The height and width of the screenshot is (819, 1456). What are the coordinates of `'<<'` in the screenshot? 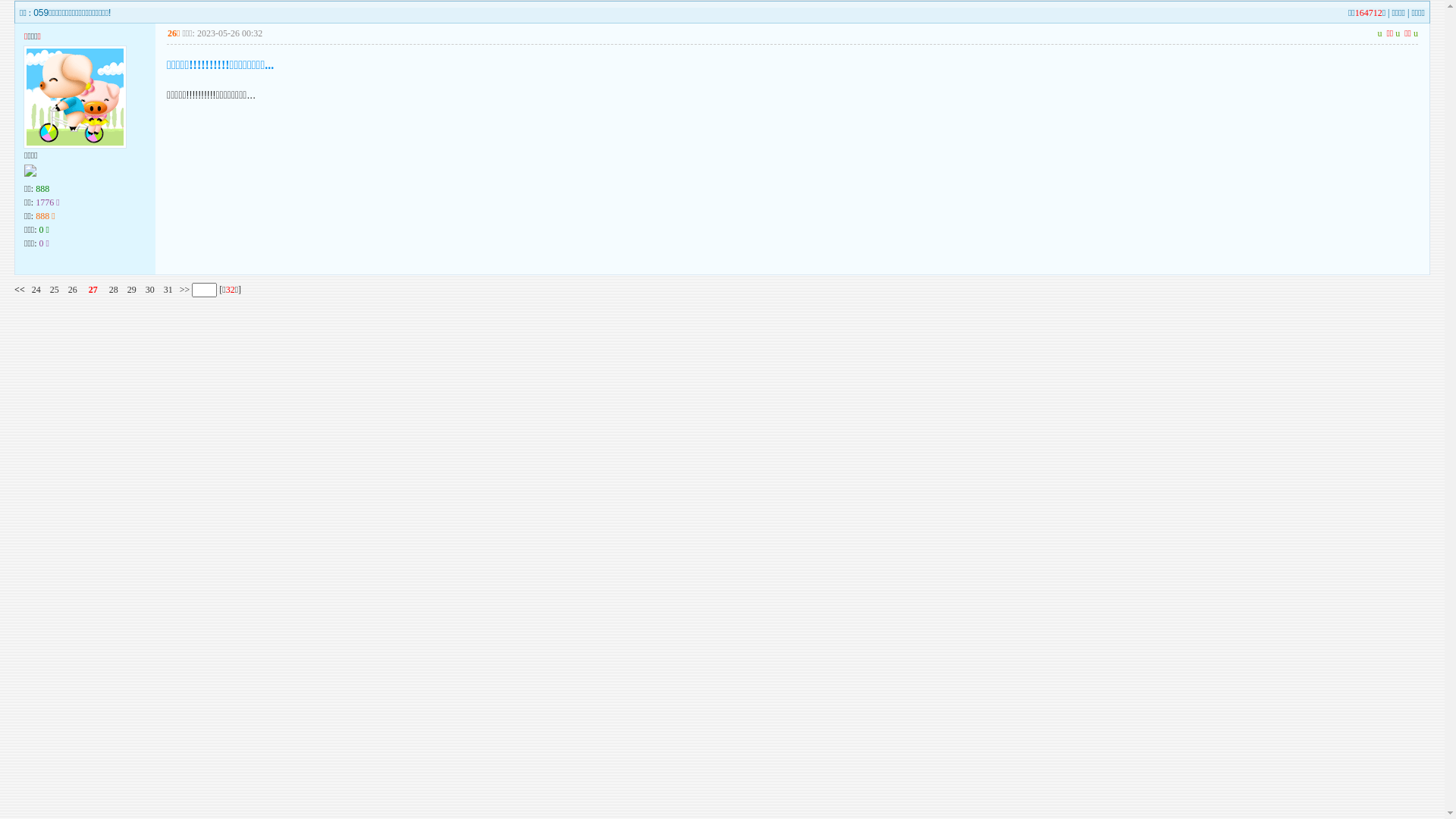 It's located at (19, 289).